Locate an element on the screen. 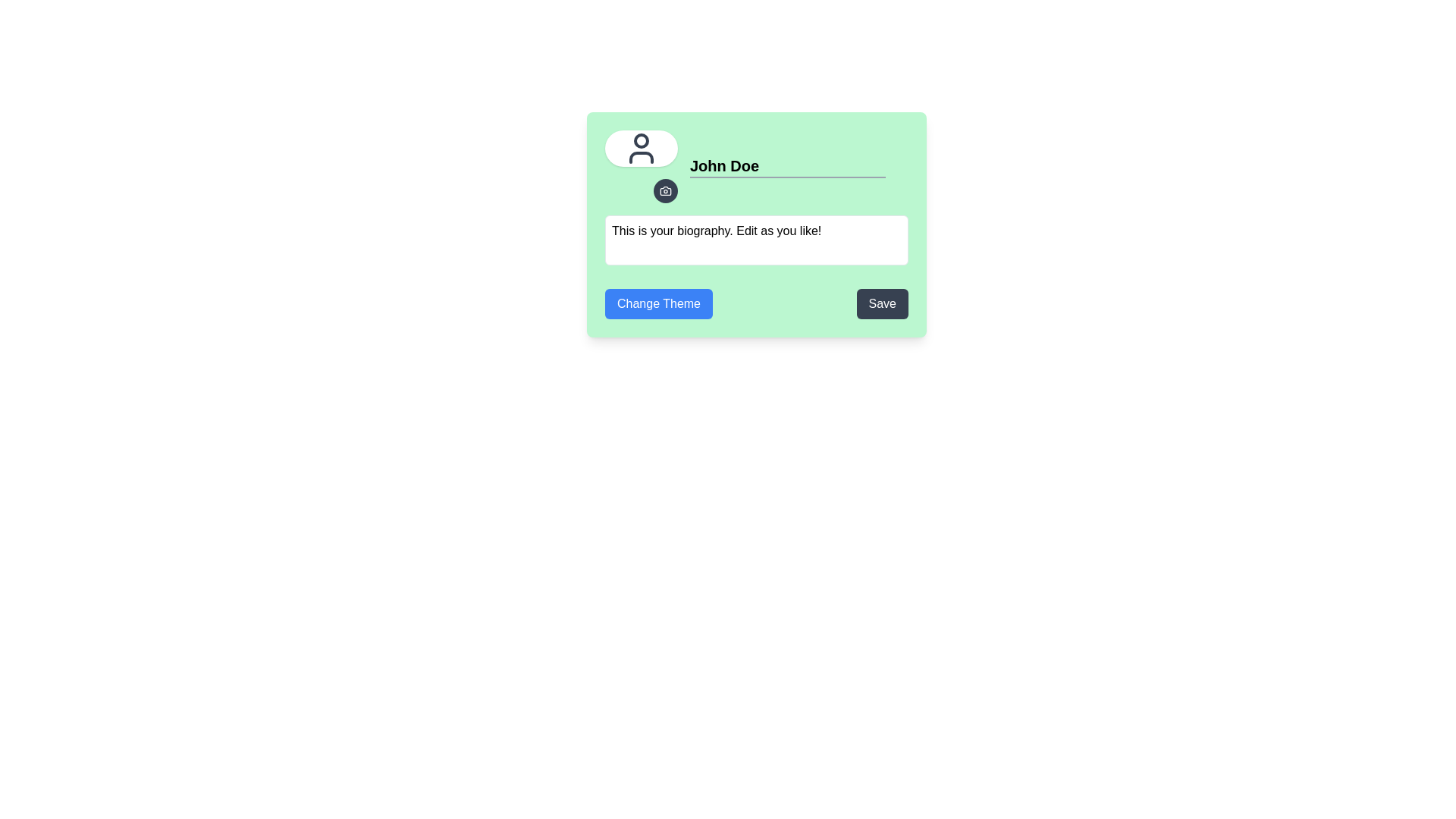  the 'Save' button, which is a rectangular button with rounded corners, featuring white text on a dark gray background, located at the bottom-right corner of a light green card UI component is located at coordinates (882, 304).